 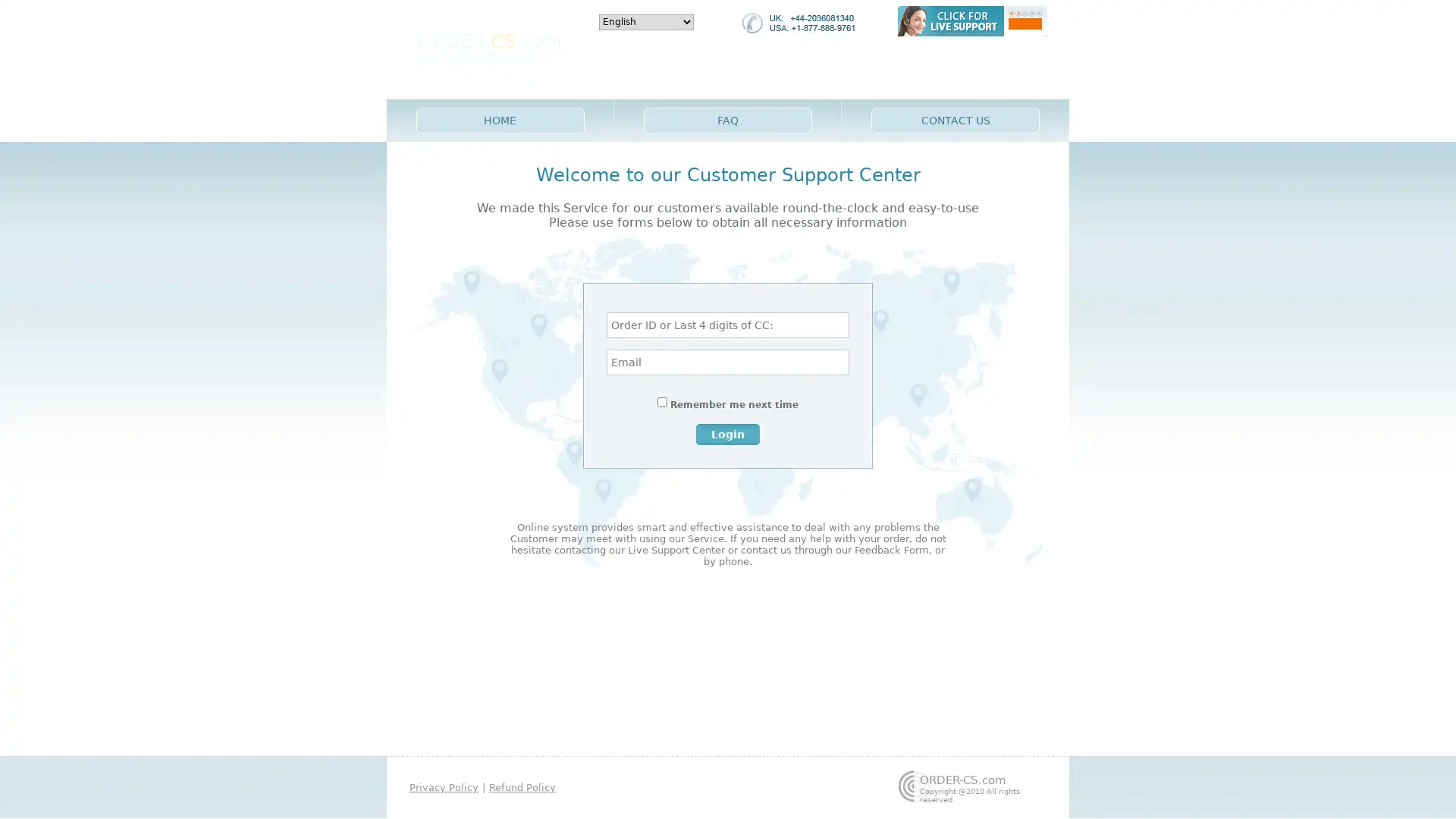 I want to click on Login, so click(x=728, y=433).